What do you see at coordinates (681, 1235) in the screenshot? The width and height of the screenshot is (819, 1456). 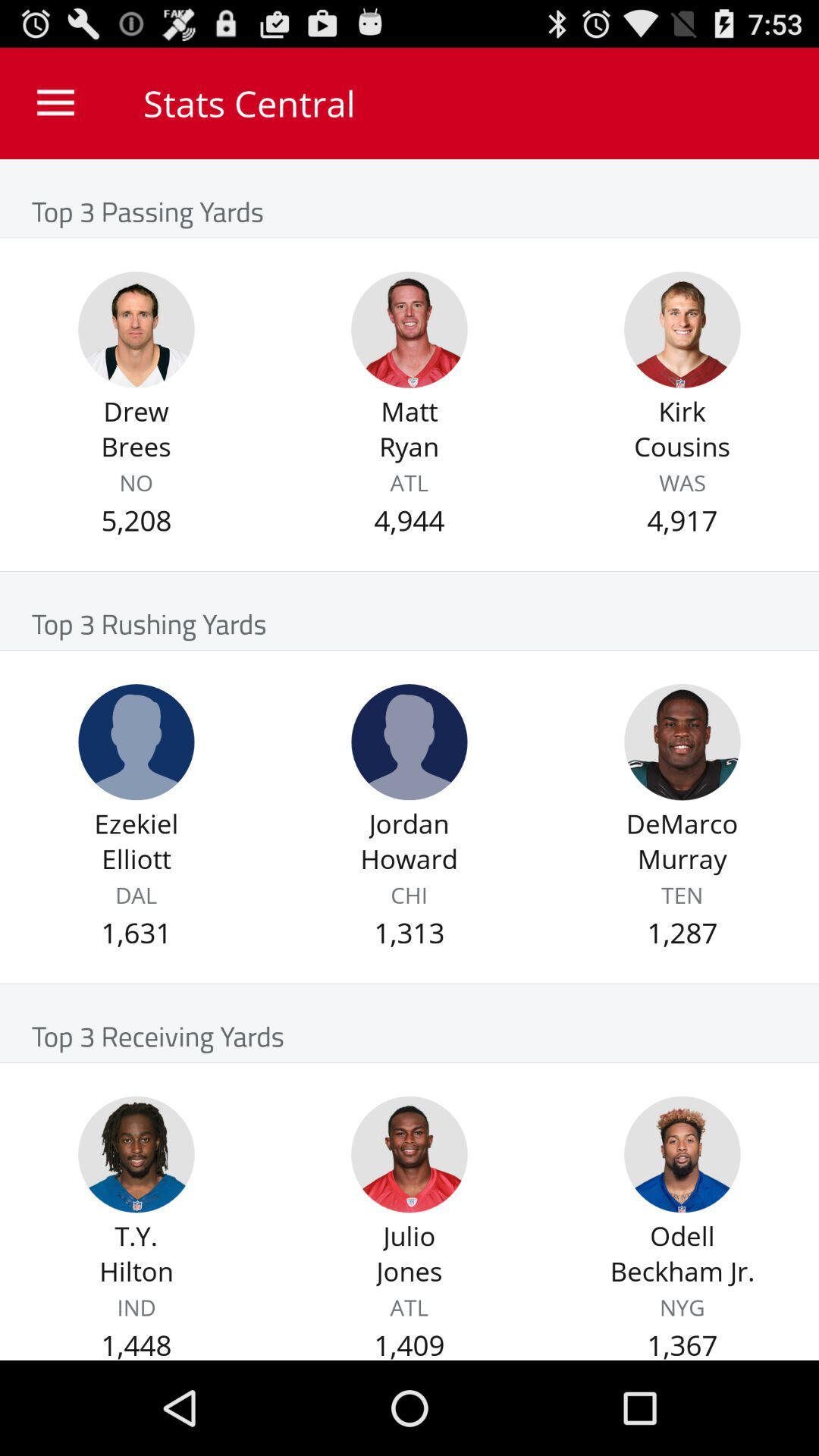 I see `the avatar icon` at bounding box center [681, 1235].